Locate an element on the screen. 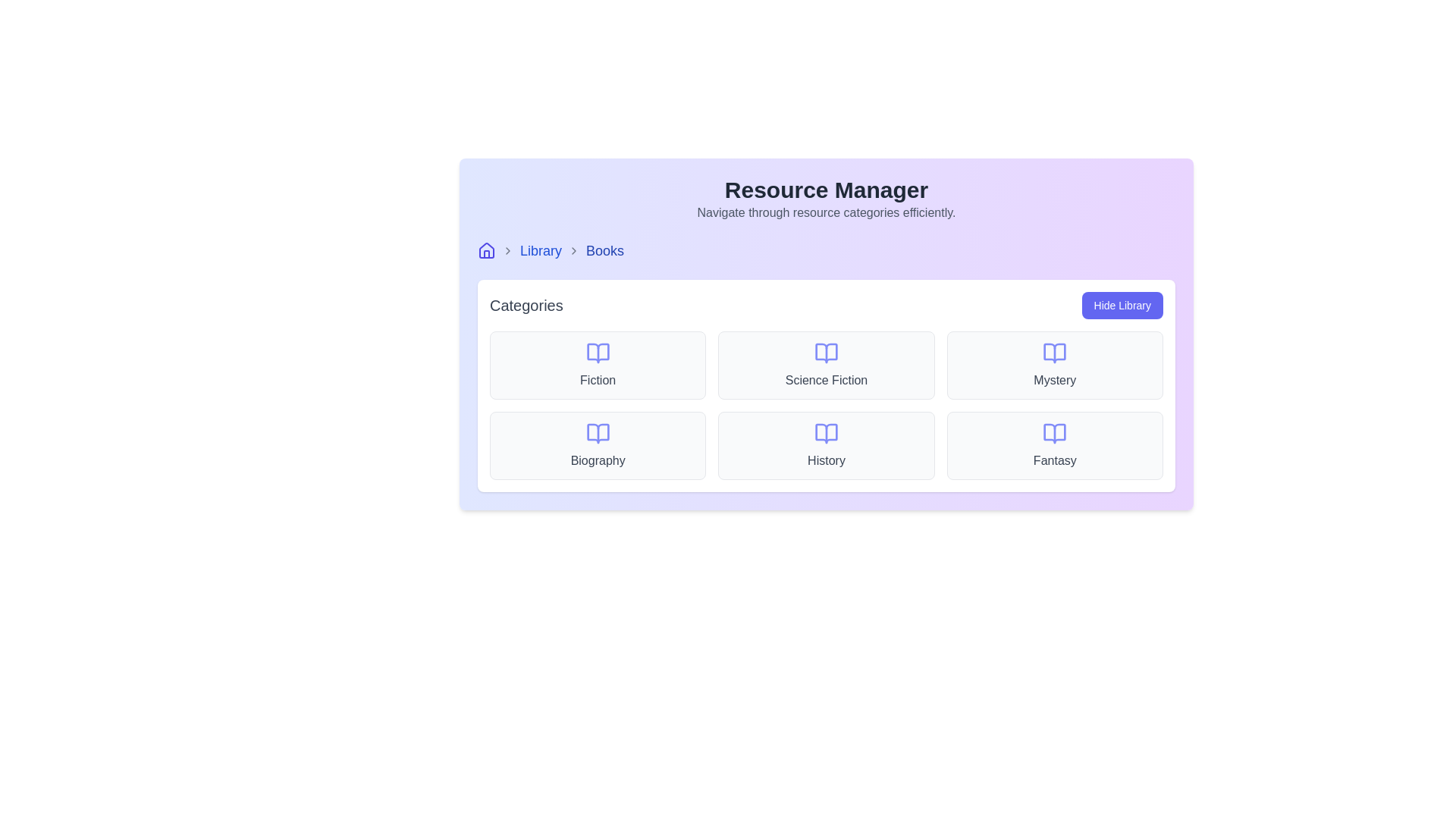 This screenshot has width=1456, height=819. the open book icon with indigo highlights located under the 'Biography' text in the bottom-left area of the 'Categories' section grid is located at coordinates (597, 433).